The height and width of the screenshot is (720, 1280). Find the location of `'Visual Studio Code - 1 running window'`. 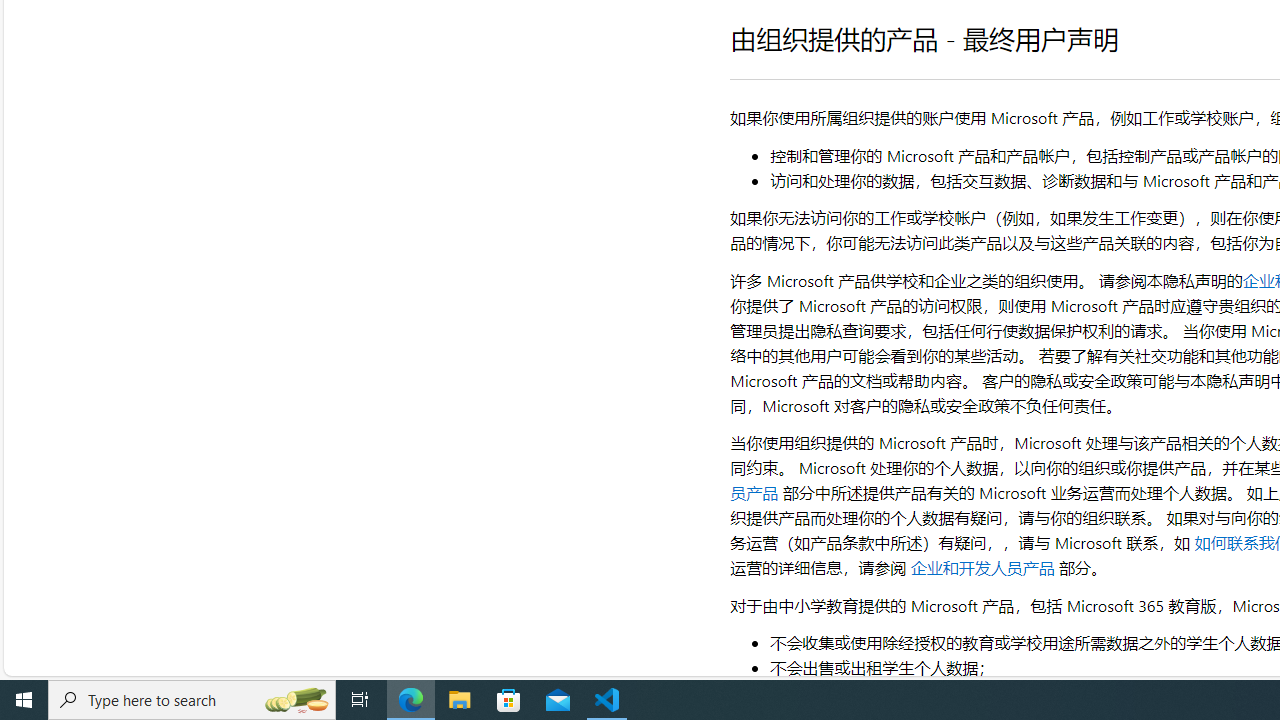

'Visual Studio Code - 1 running window' is located at coordinates (606, 698).